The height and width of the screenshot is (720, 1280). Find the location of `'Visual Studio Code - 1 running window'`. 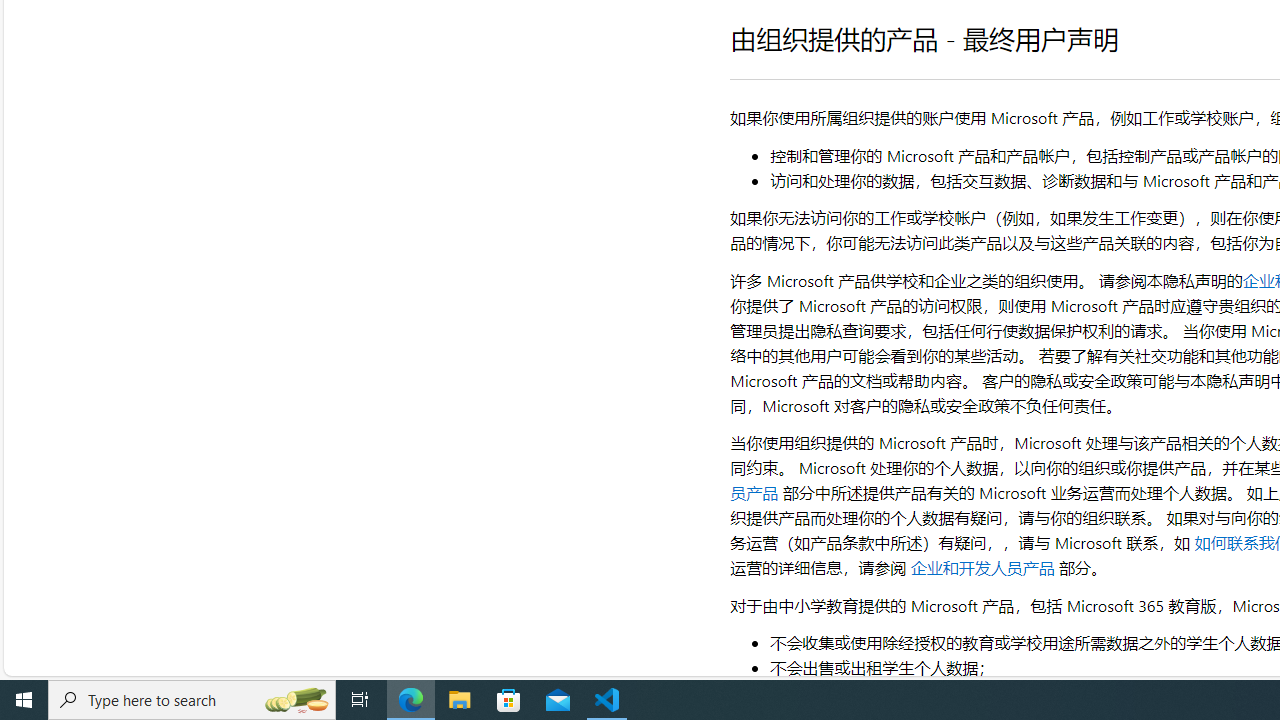

'Visual Studio Code - 1 running window' is located at coordinates (606, 698).